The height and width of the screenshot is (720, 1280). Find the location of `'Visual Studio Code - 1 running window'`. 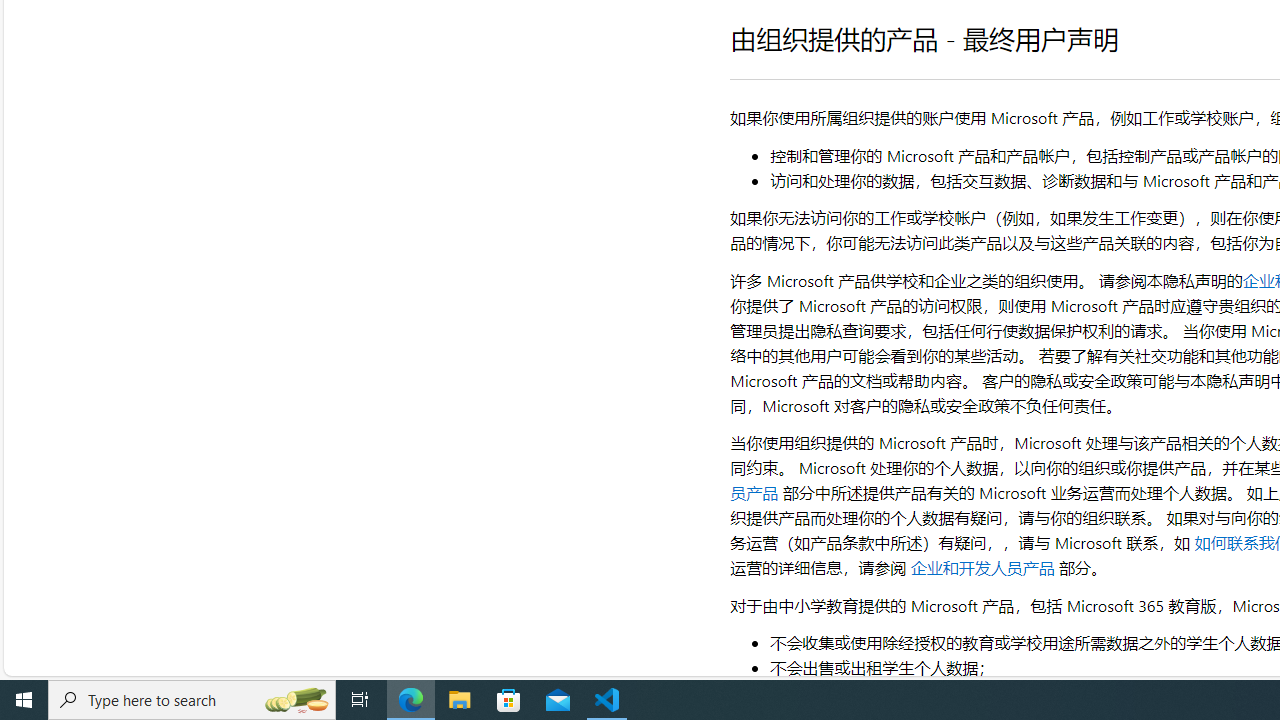

'Visual Studio Code - 1 running window' is located at coordinates (606, 698).